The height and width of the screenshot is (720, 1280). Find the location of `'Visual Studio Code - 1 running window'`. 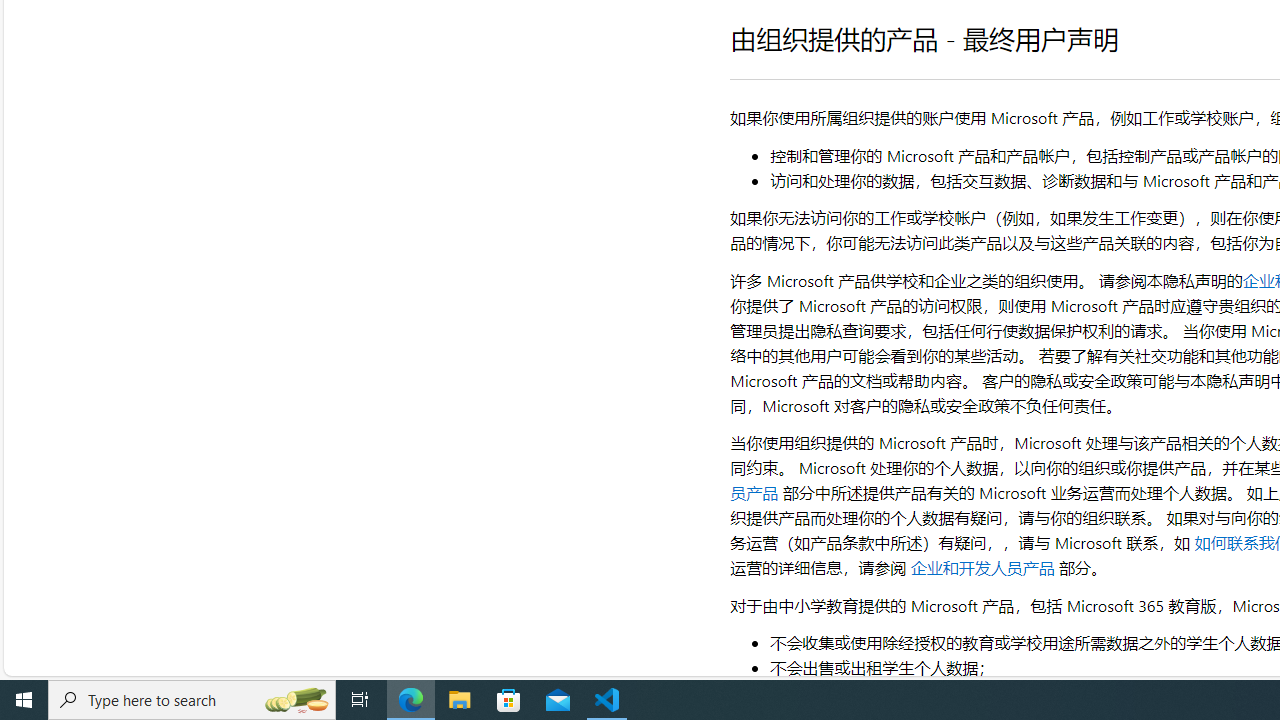

'Visual Studio Code - 1 running window' is located at coordinates (606, 698).